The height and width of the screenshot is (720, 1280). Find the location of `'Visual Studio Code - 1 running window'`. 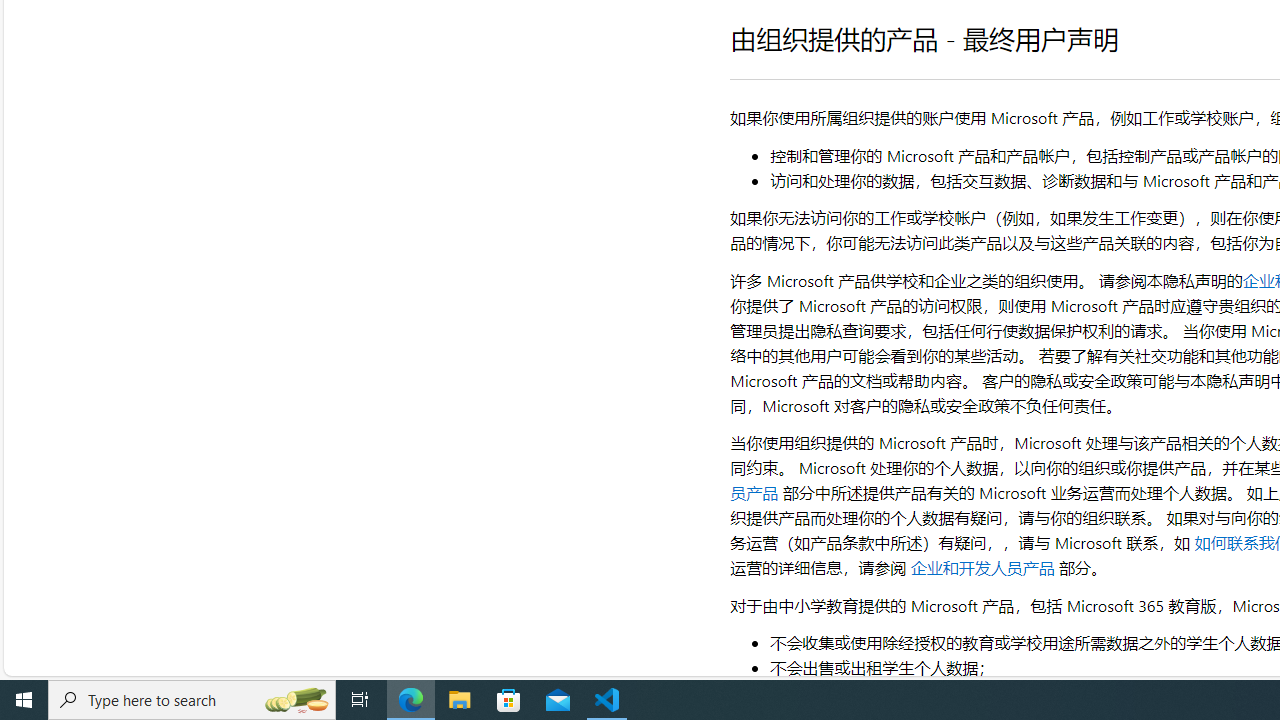

'Visual Studio Code - 1 running window' is located at coordinates (606, 698).